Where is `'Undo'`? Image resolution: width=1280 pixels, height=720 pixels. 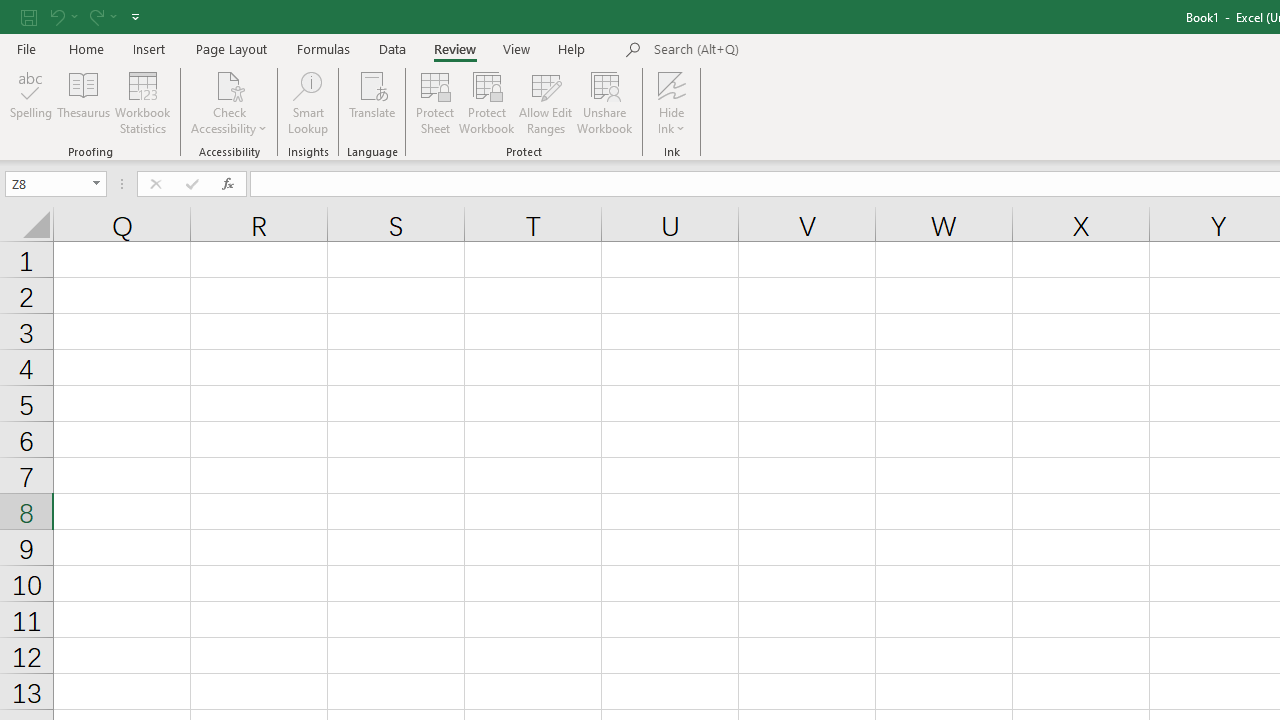 'Undo' is located at coordinates (62, 16).